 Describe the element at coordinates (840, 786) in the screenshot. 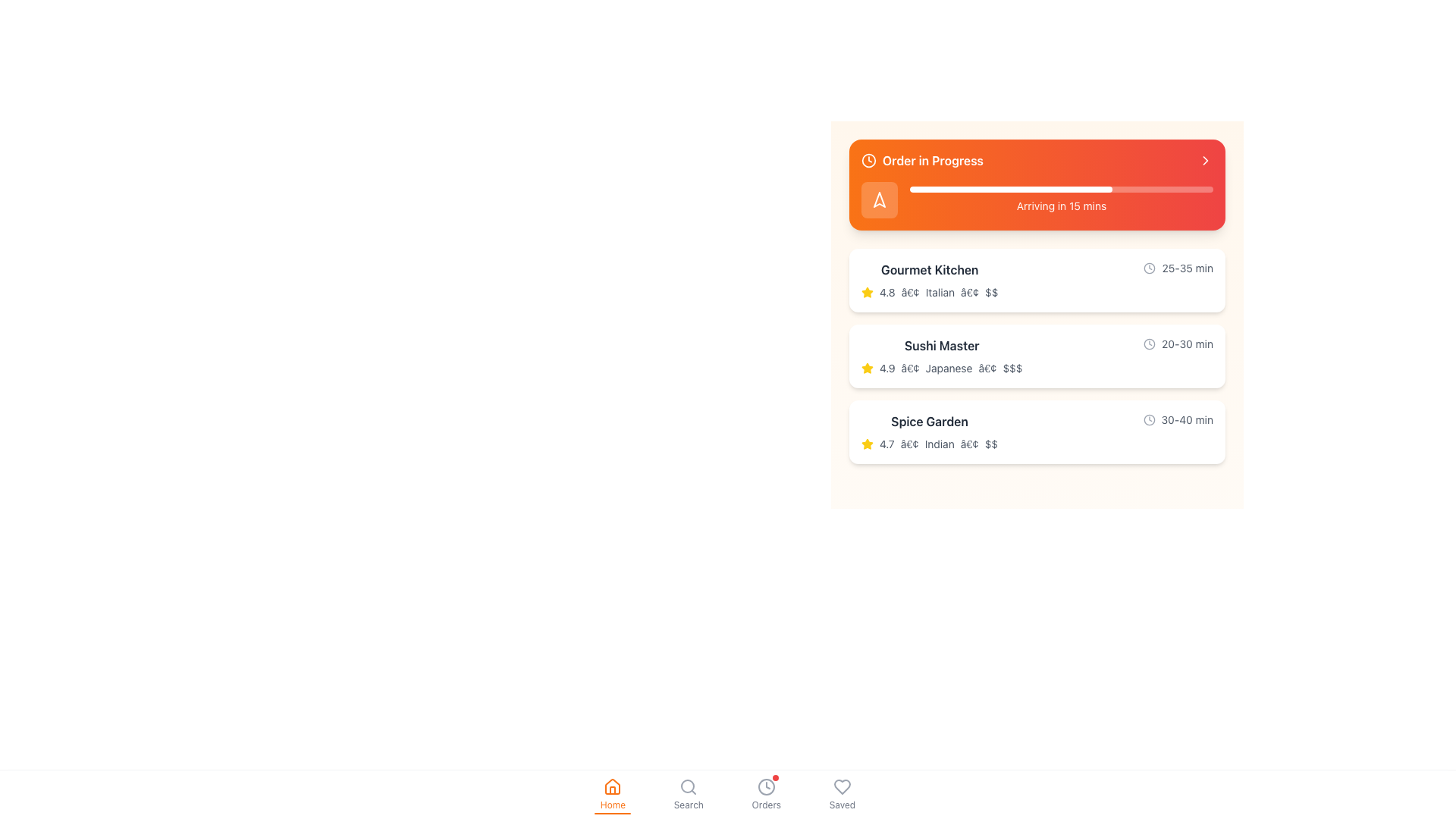

I see `the heart-shaped icon in the bottom navigation bar` at that location.